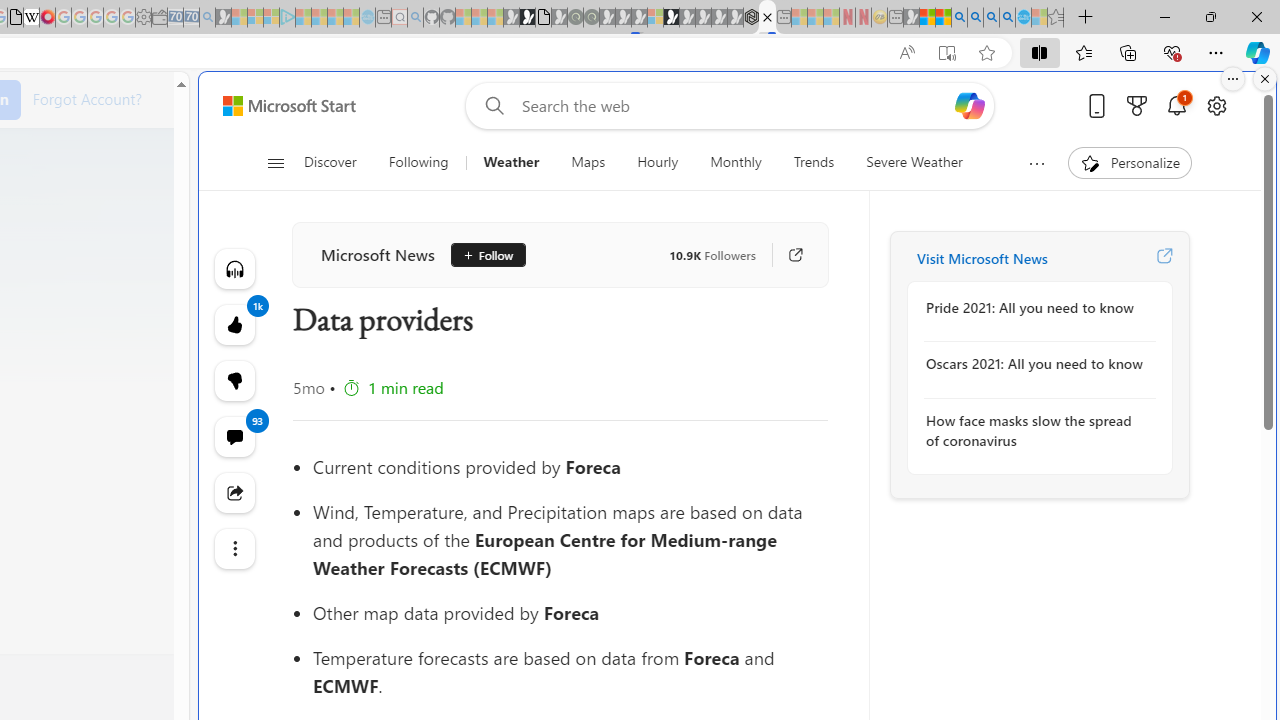 The image size is (1280, 720). What do you see at coordinates (1128, 162) in the screenshot?
I see `'Personalize'` at bounding box center [1128, 162].